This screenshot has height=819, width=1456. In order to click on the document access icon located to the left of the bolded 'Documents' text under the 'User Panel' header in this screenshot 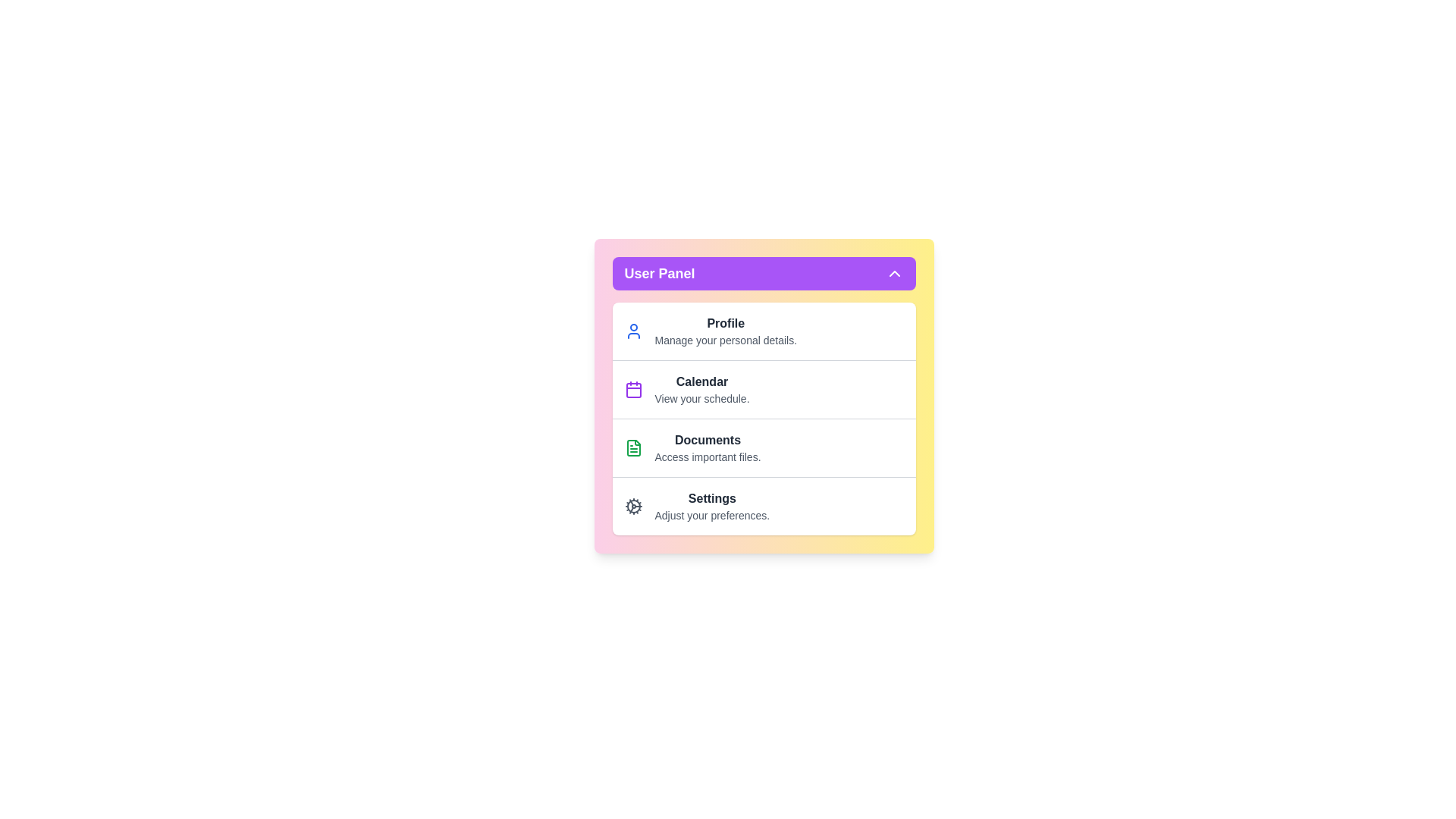, I will do `click(633, 447)`.